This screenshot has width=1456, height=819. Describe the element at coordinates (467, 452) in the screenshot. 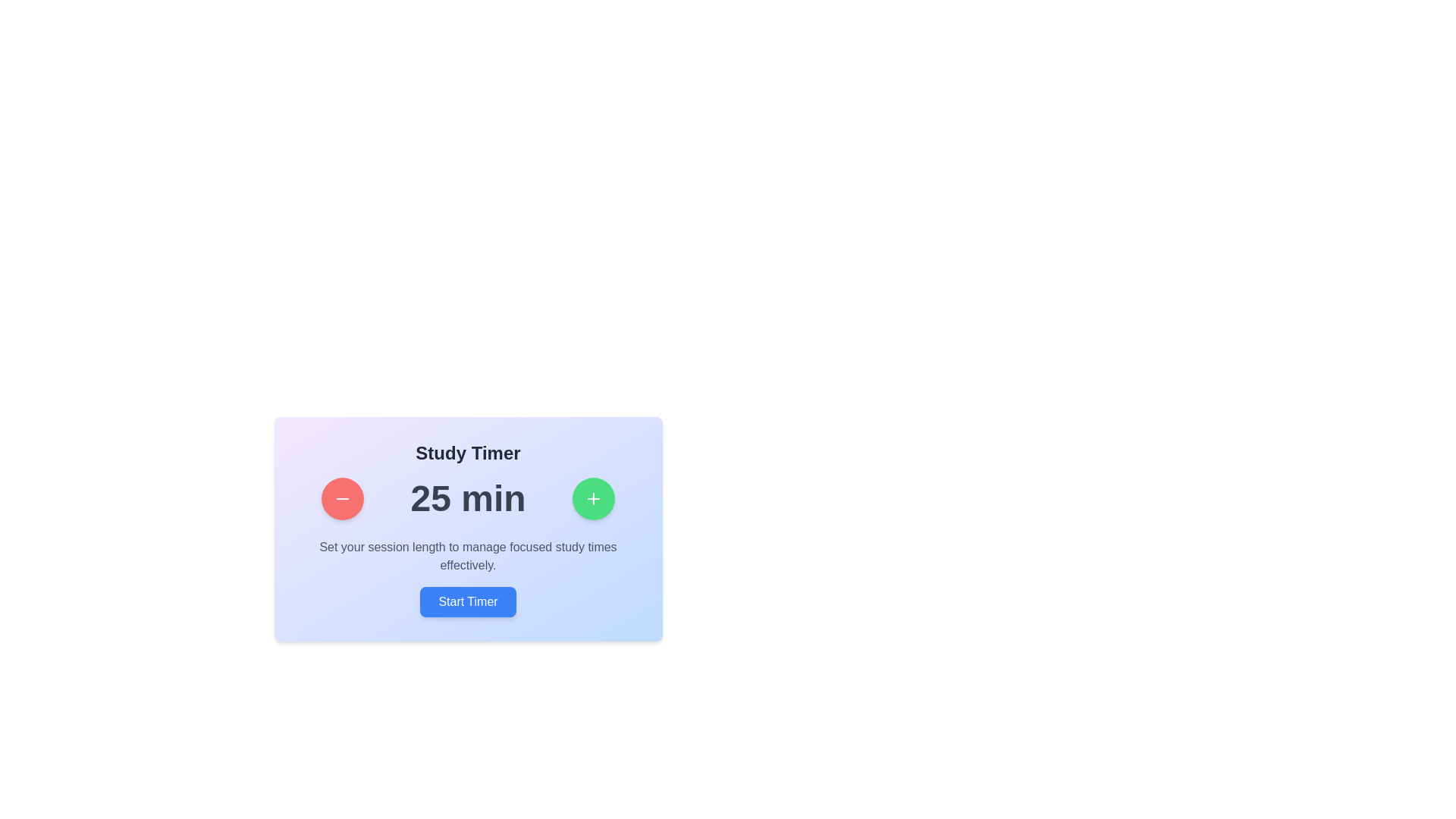

I see `the bold title text 'Study Timer' which is styled in a large font size and is centered at the top of a light gradient box` at that location.